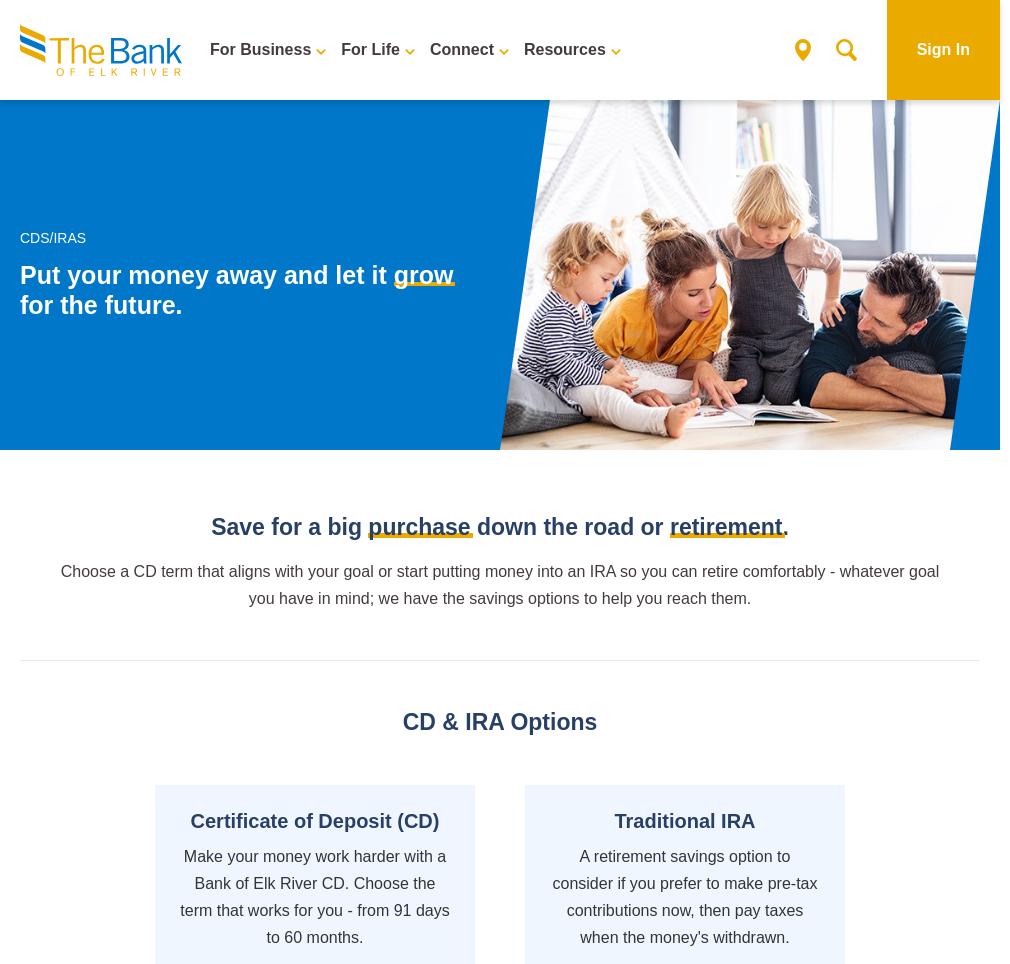  What do you see at coordinates (368, 527) in the screenshot?
I see `'purchase'` at bounding box center [368, 527].